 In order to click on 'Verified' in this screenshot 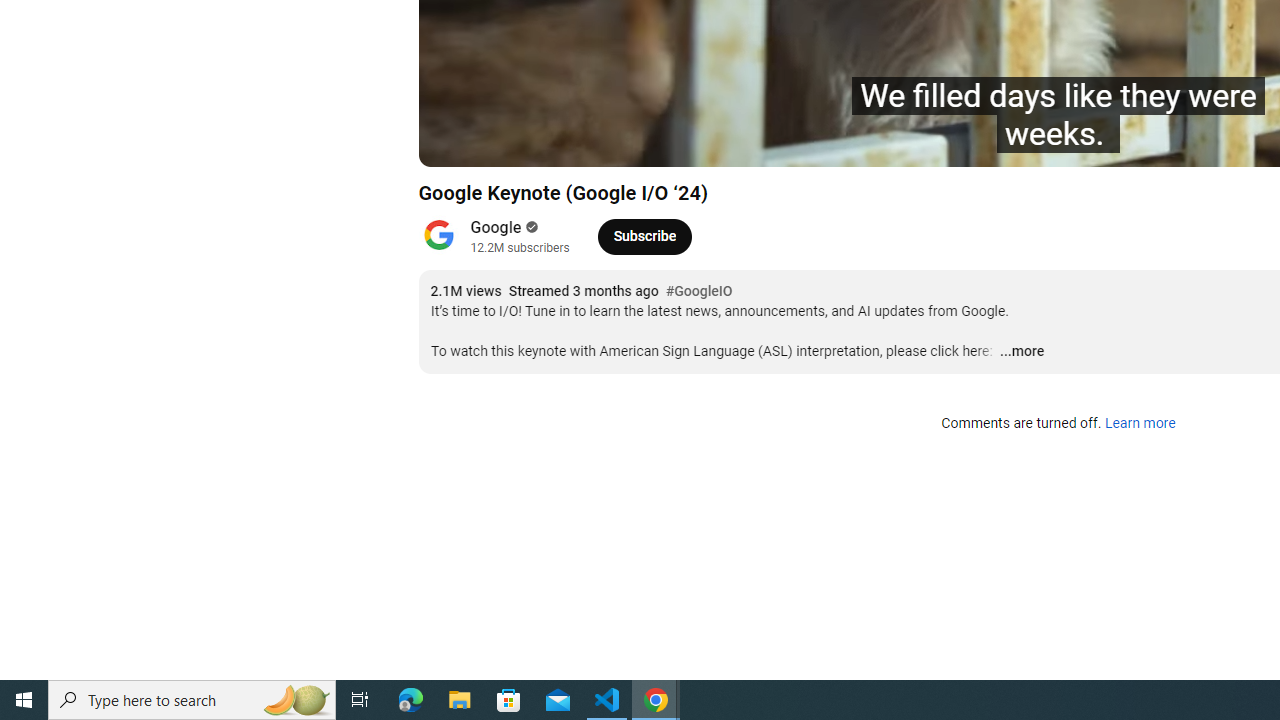, I will do `click(530, 226)`.